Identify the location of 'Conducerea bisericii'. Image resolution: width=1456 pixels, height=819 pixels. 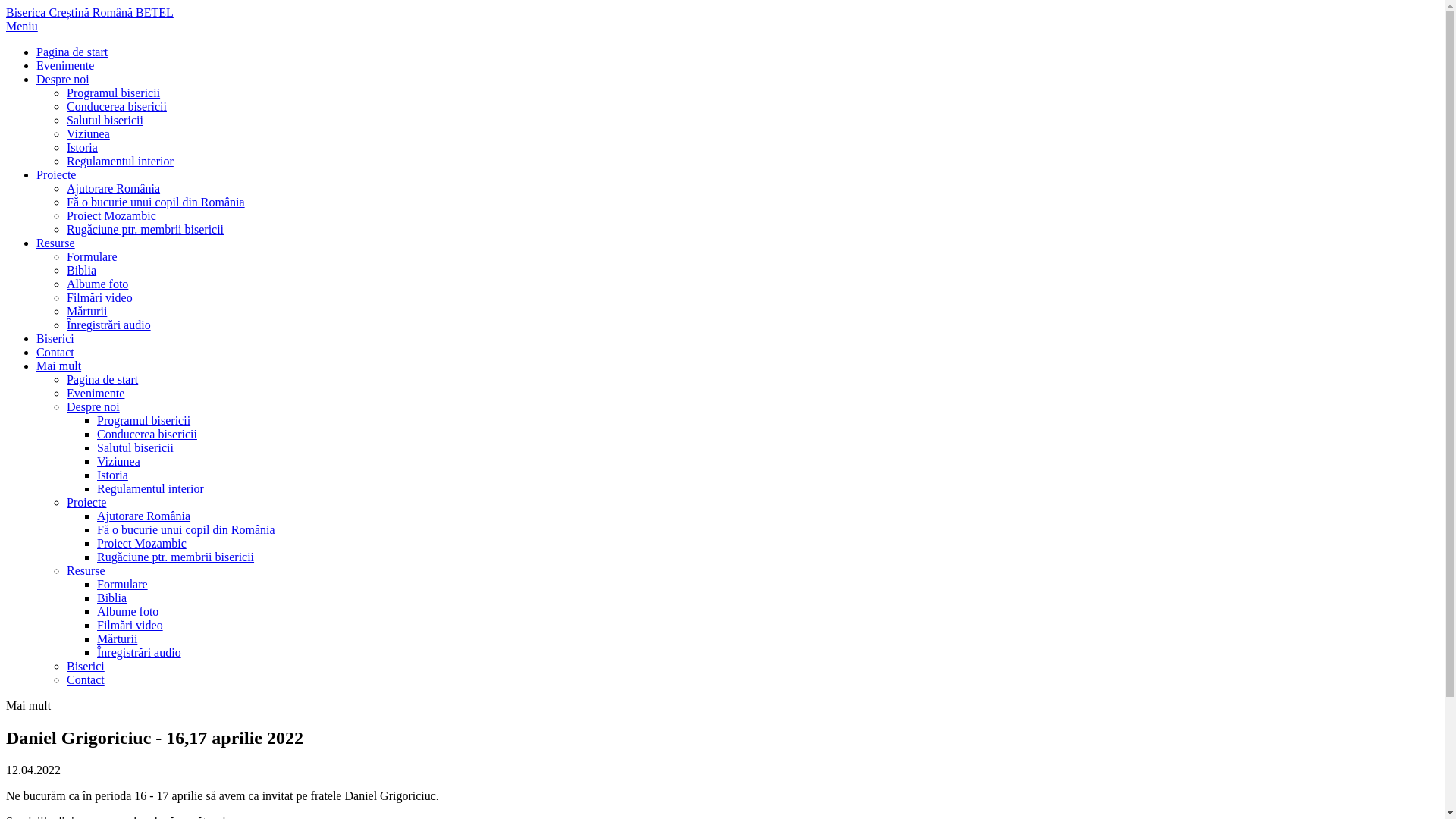
(96, 434).